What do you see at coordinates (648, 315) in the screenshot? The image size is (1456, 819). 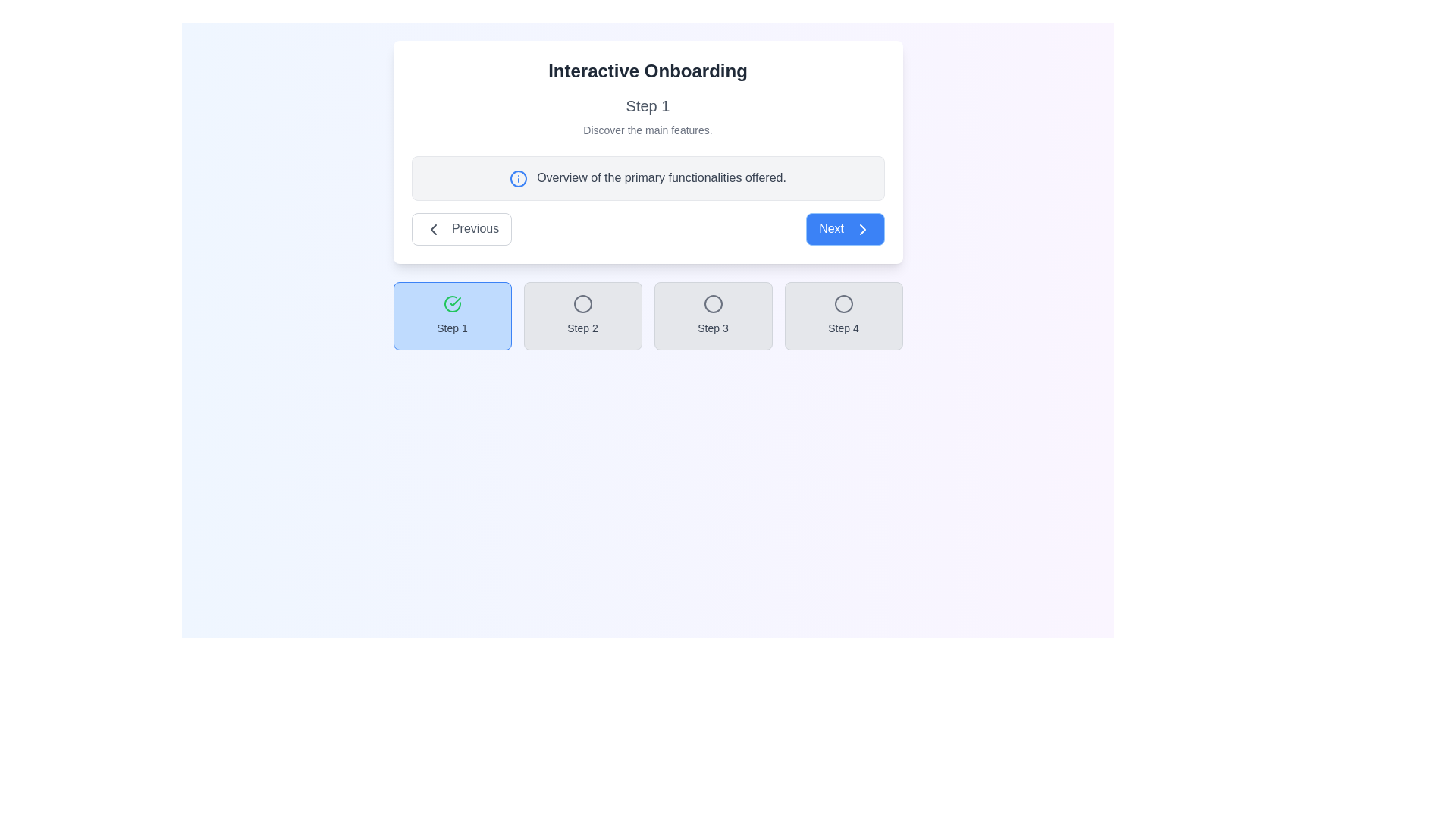 I see `the grid items of the Progress indicator located at the bottom part of the onboarding interface` at bounding box center [648, 315].